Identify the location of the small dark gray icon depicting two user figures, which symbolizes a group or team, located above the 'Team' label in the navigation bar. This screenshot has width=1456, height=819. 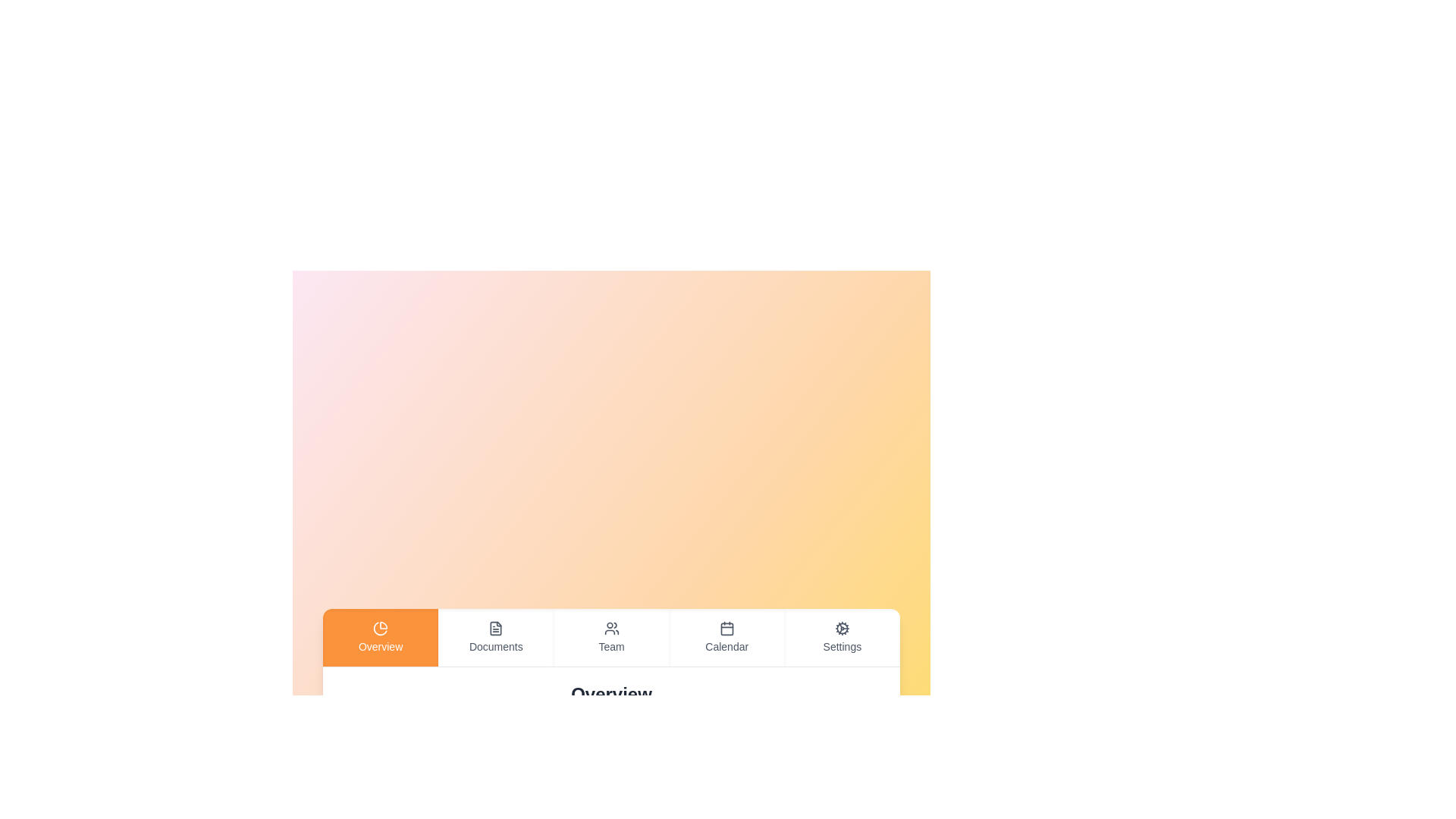
(611, 628).